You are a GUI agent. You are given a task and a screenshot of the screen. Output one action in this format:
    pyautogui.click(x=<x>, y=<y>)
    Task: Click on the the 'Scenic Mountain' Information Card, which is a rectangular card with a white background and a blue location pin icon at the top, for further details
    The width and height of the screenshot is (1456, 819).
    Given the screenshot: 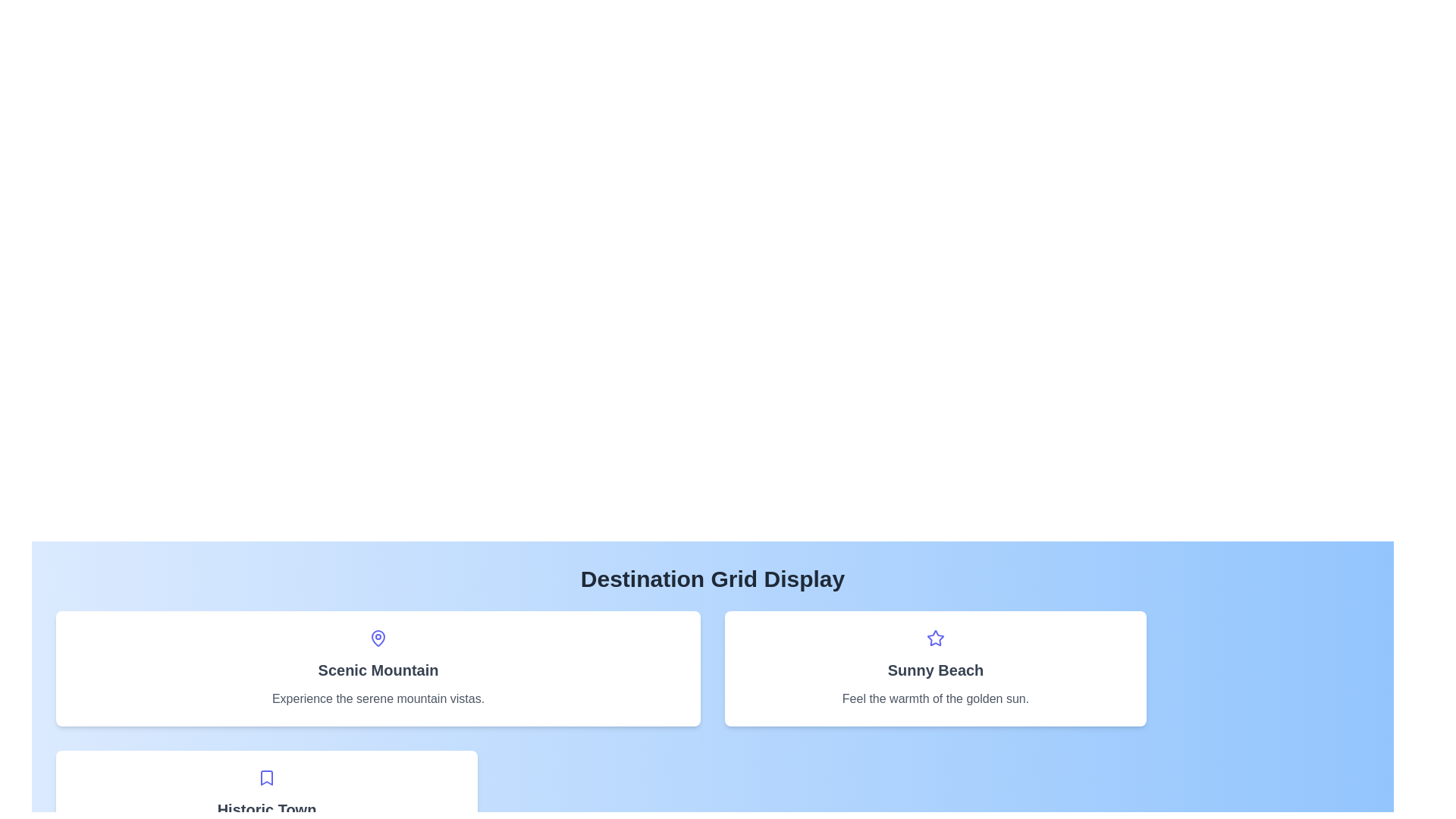 What is the action you would take?
    pyautogui.click(x=378, y=668)
    